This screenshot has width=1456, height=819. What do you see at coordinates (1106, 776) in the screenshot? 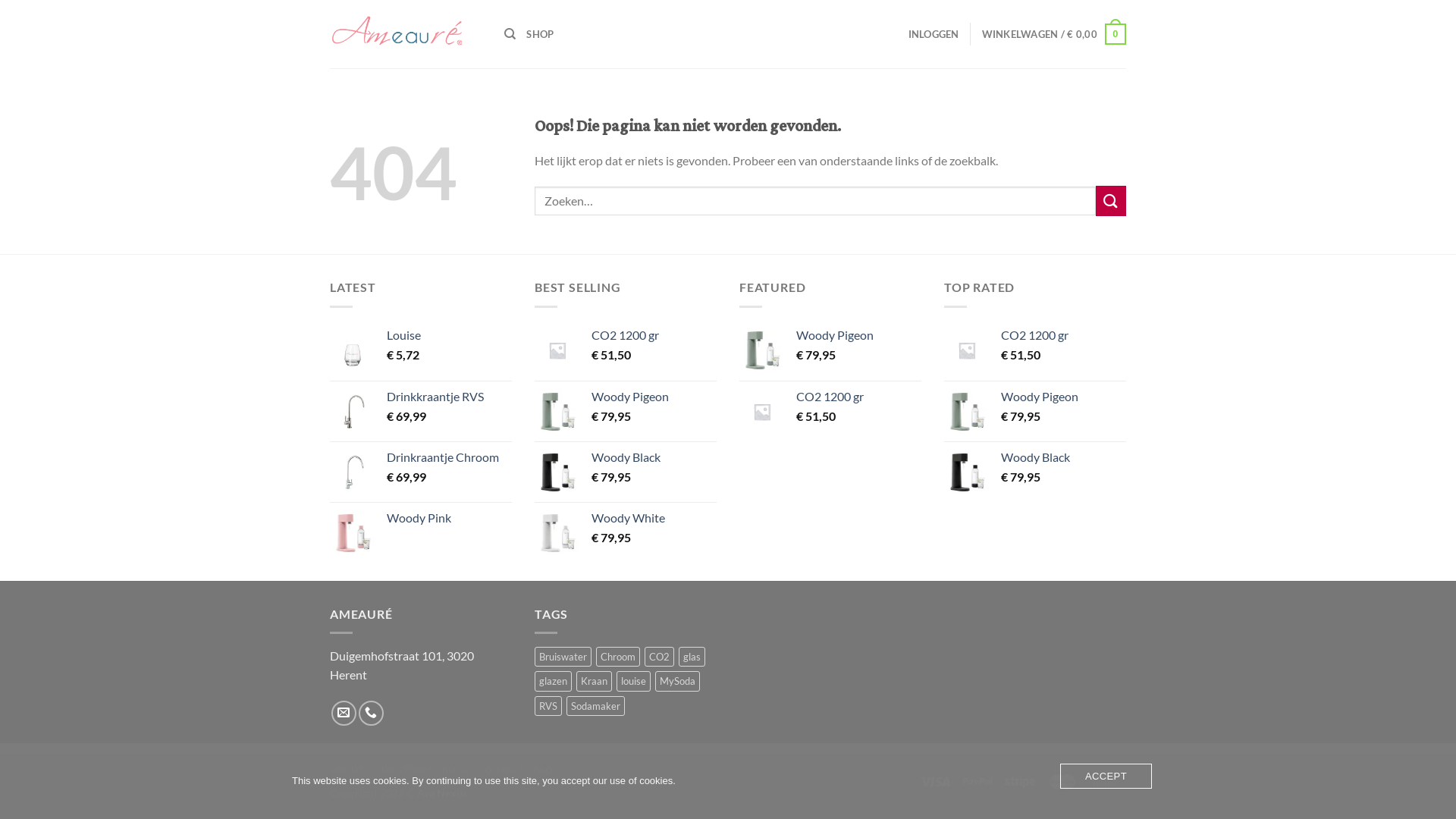
I see `'ACCEPT'` at bounding box center [1106, 776].